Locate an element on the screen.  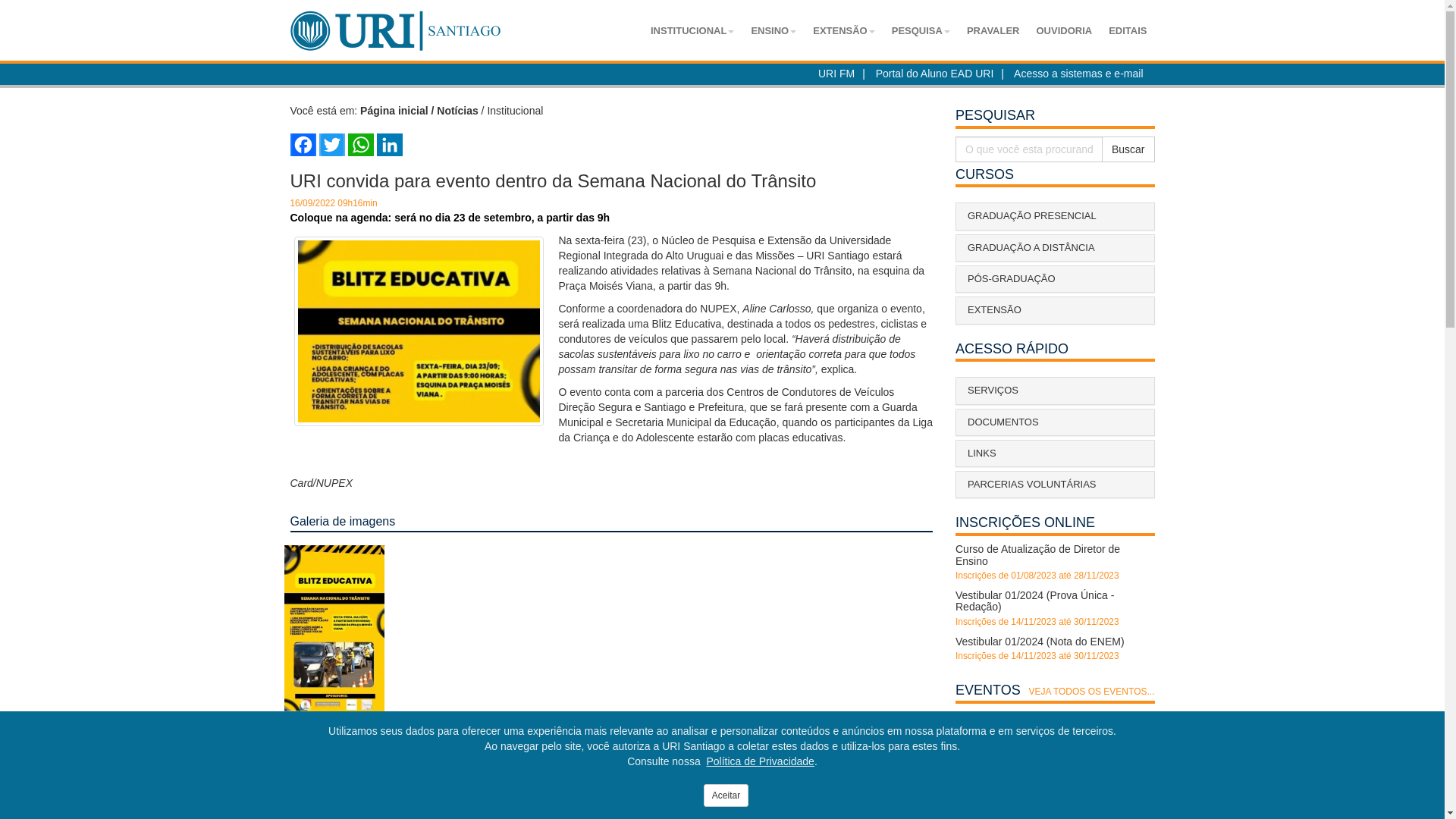
'PESQUISA' is located at coordinates (884, 31).